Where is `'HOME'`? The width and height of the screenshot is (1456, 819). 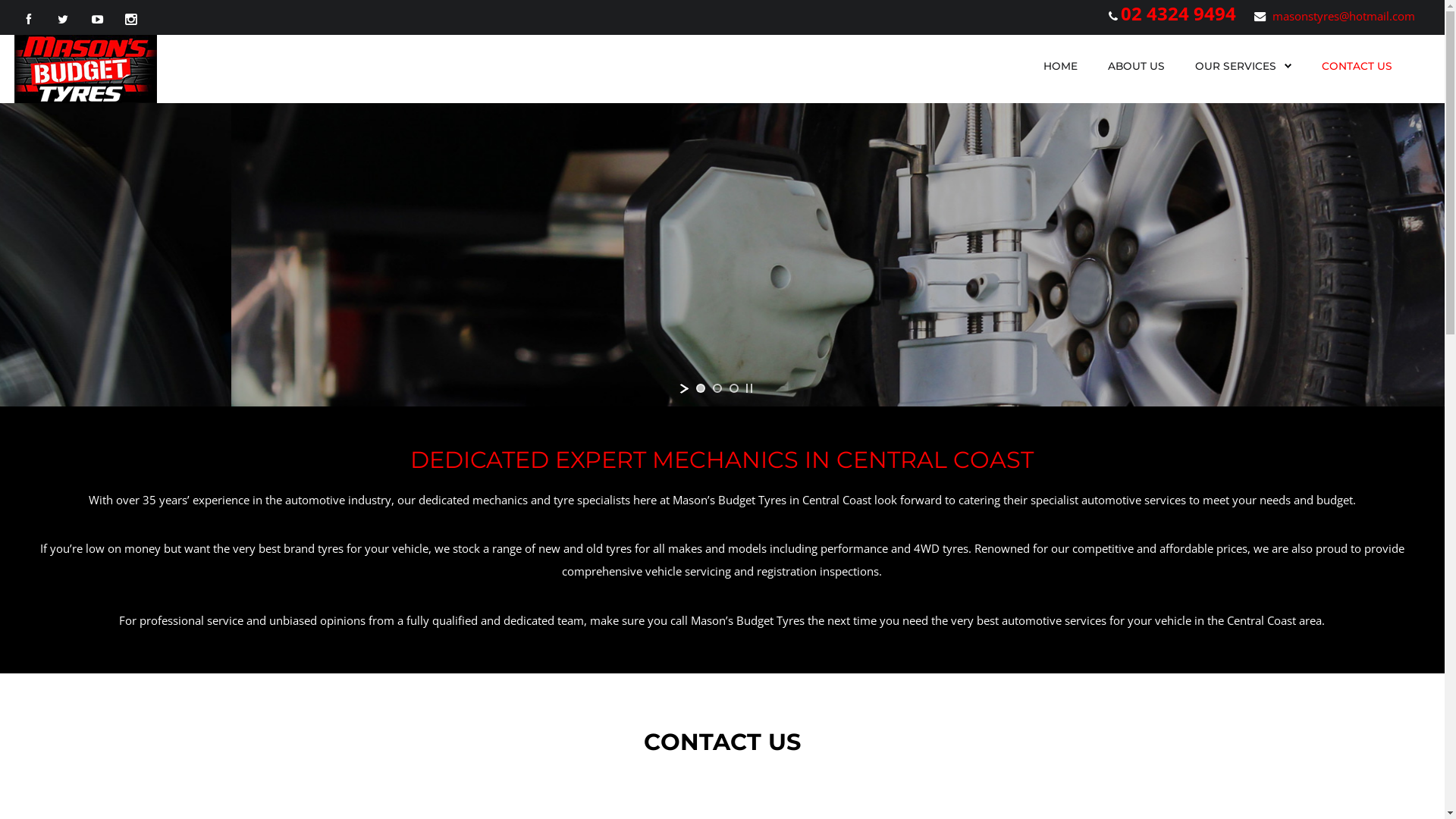
'HOME' is located at coordinates (1043, 65).